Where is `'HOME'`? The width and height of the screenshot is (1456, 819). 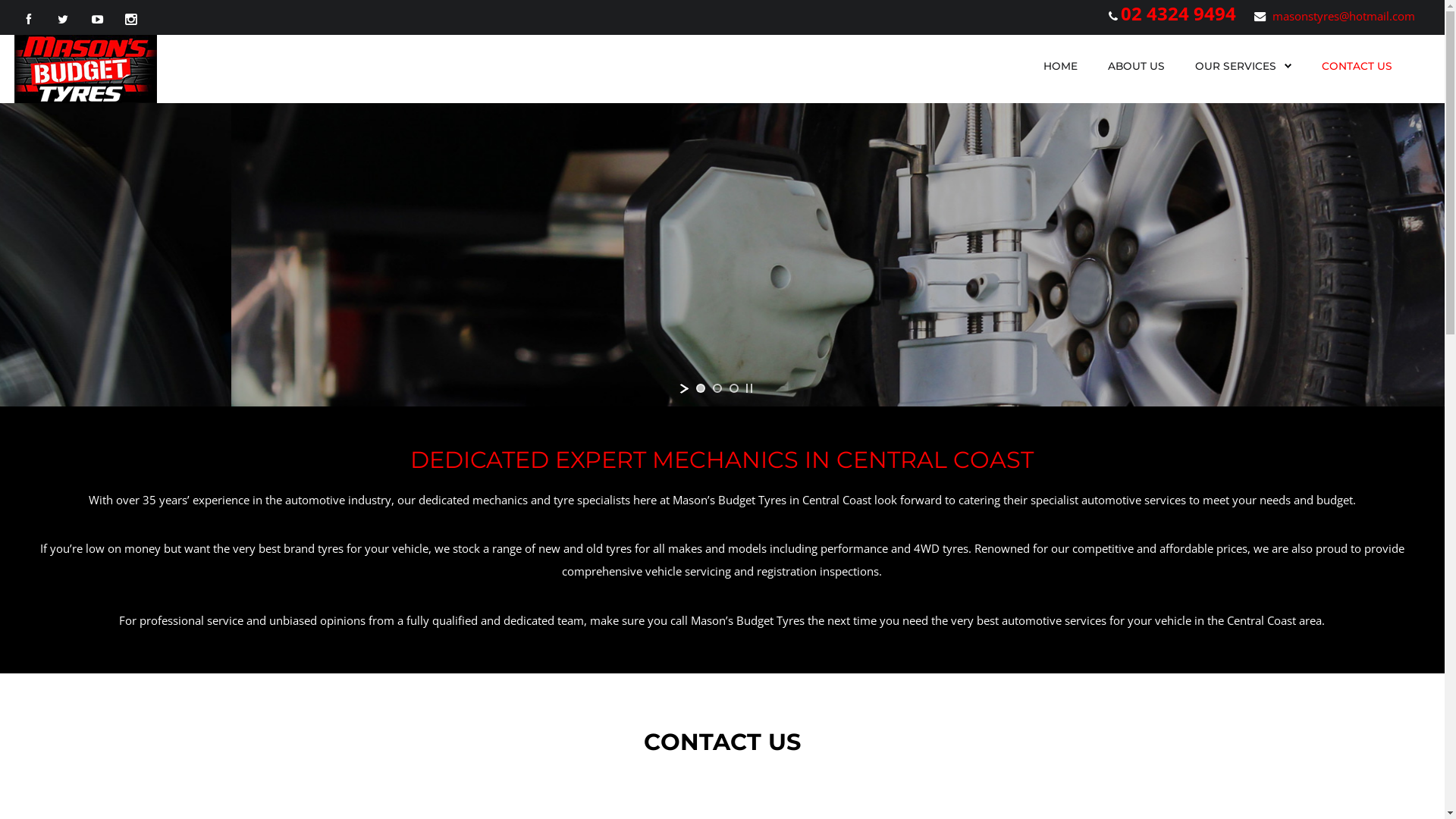
'HOME' is located at coordinates (1043, 65).